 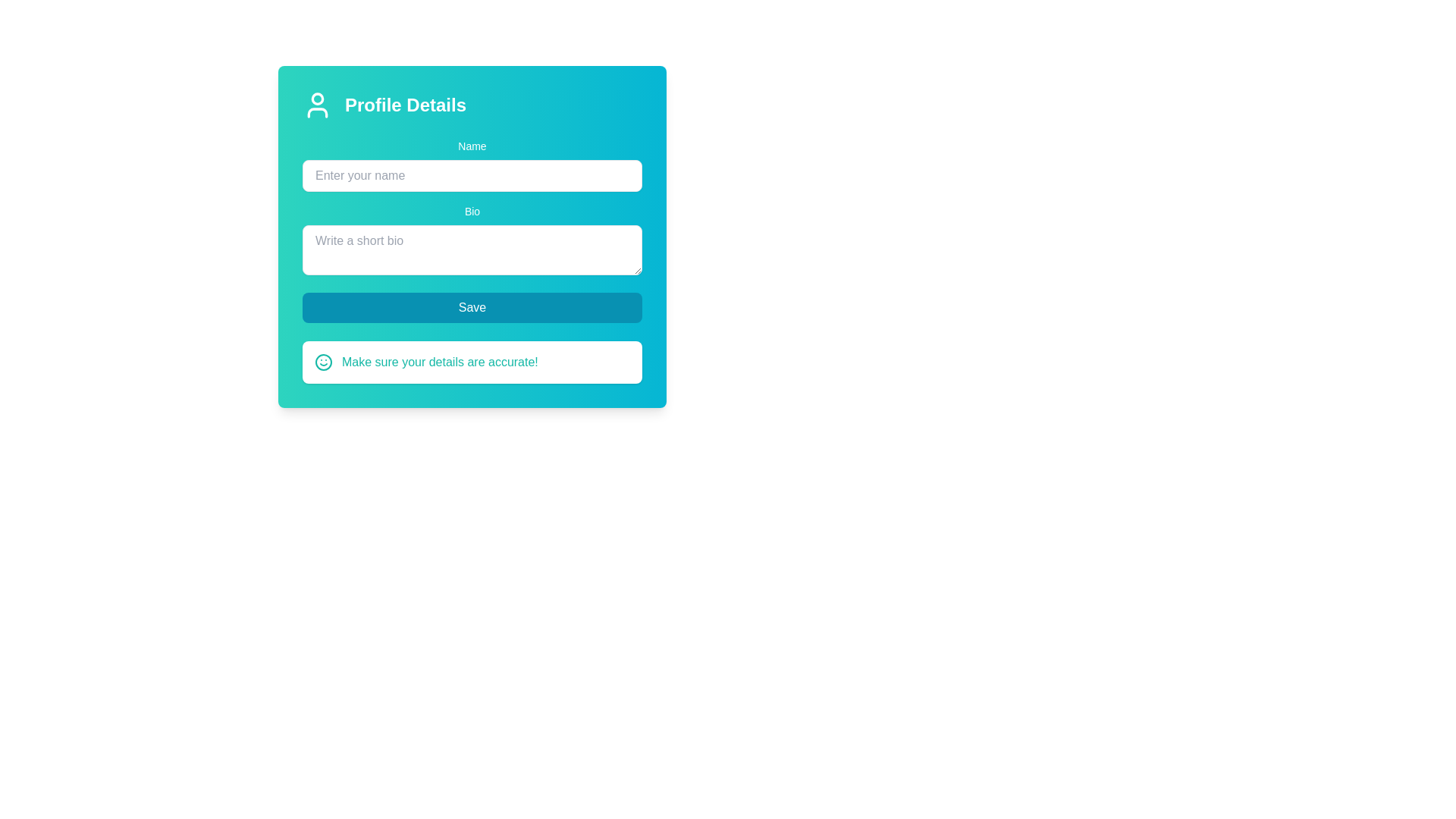 What do you see at coordinates (472, 362) in the screenshot?
I see `the Notification Banner located directly below the 'Save' button in the profile editing form, which informs the user to verify their entered details before saving` at bounding box center [472, 362].